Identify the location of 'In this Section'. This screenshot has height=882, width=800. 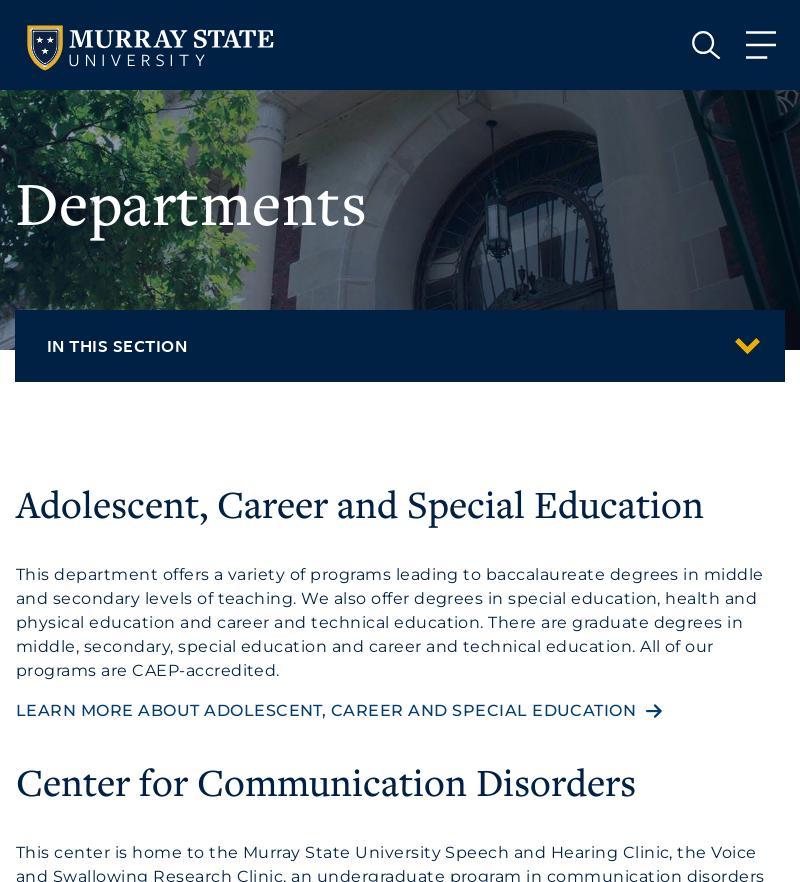
(45, 345).